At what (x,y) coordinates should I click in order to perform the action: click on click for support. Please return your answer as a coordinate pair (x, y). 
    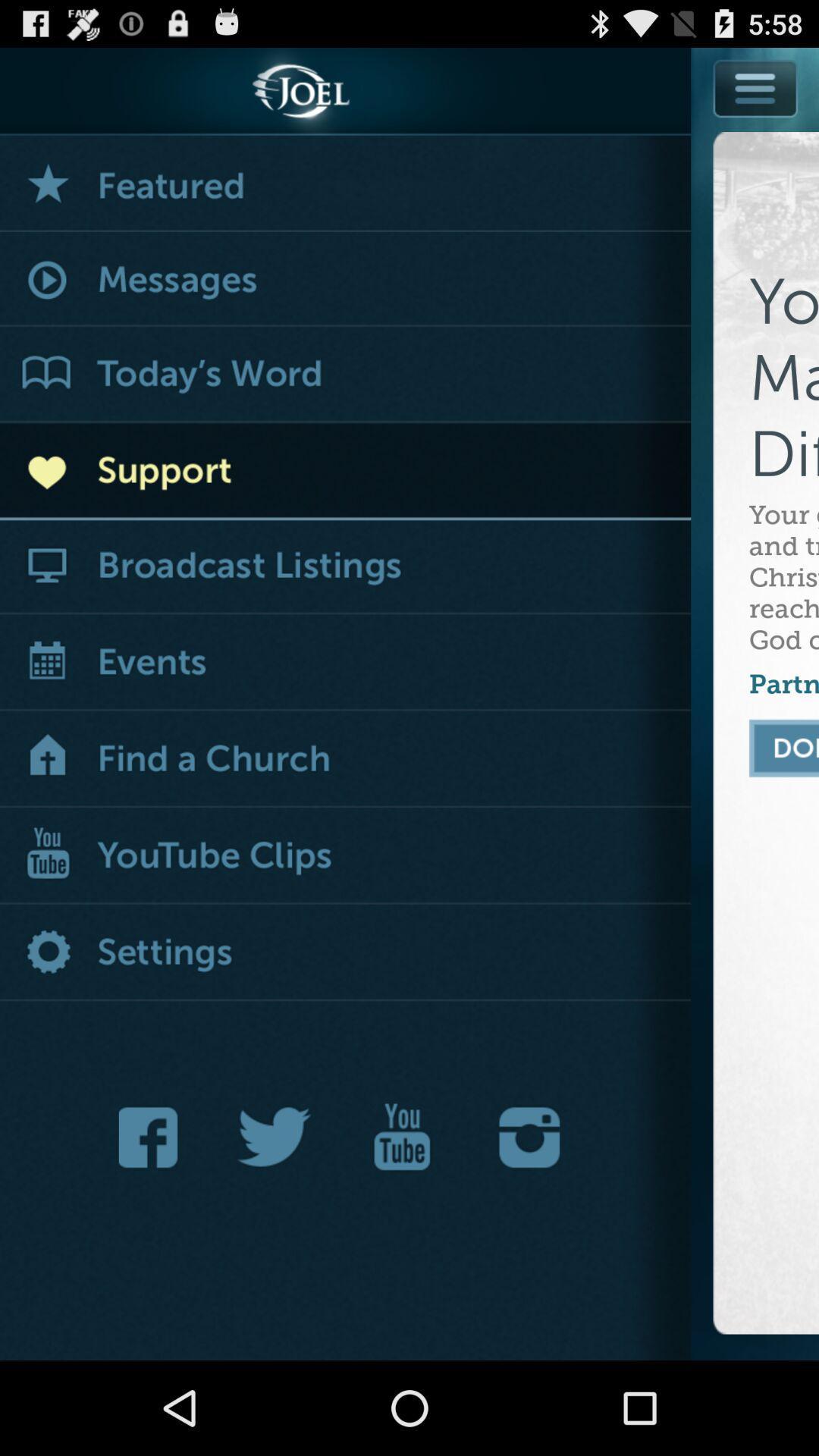
    Looking at the image, I should click on (345, 471).